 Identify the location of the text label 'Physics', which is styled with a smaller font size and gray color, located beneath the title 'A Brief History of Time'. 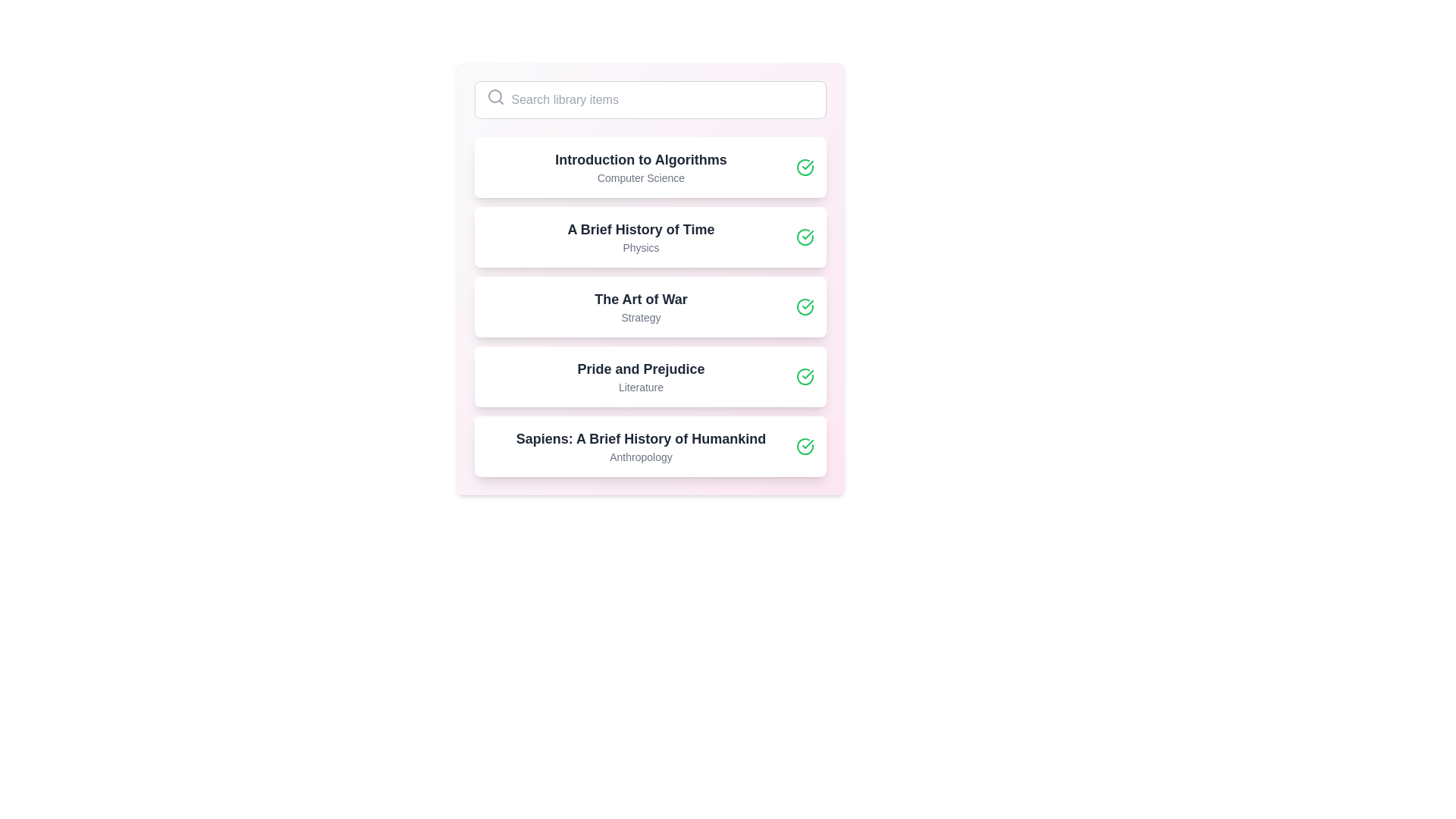
(641, 247).